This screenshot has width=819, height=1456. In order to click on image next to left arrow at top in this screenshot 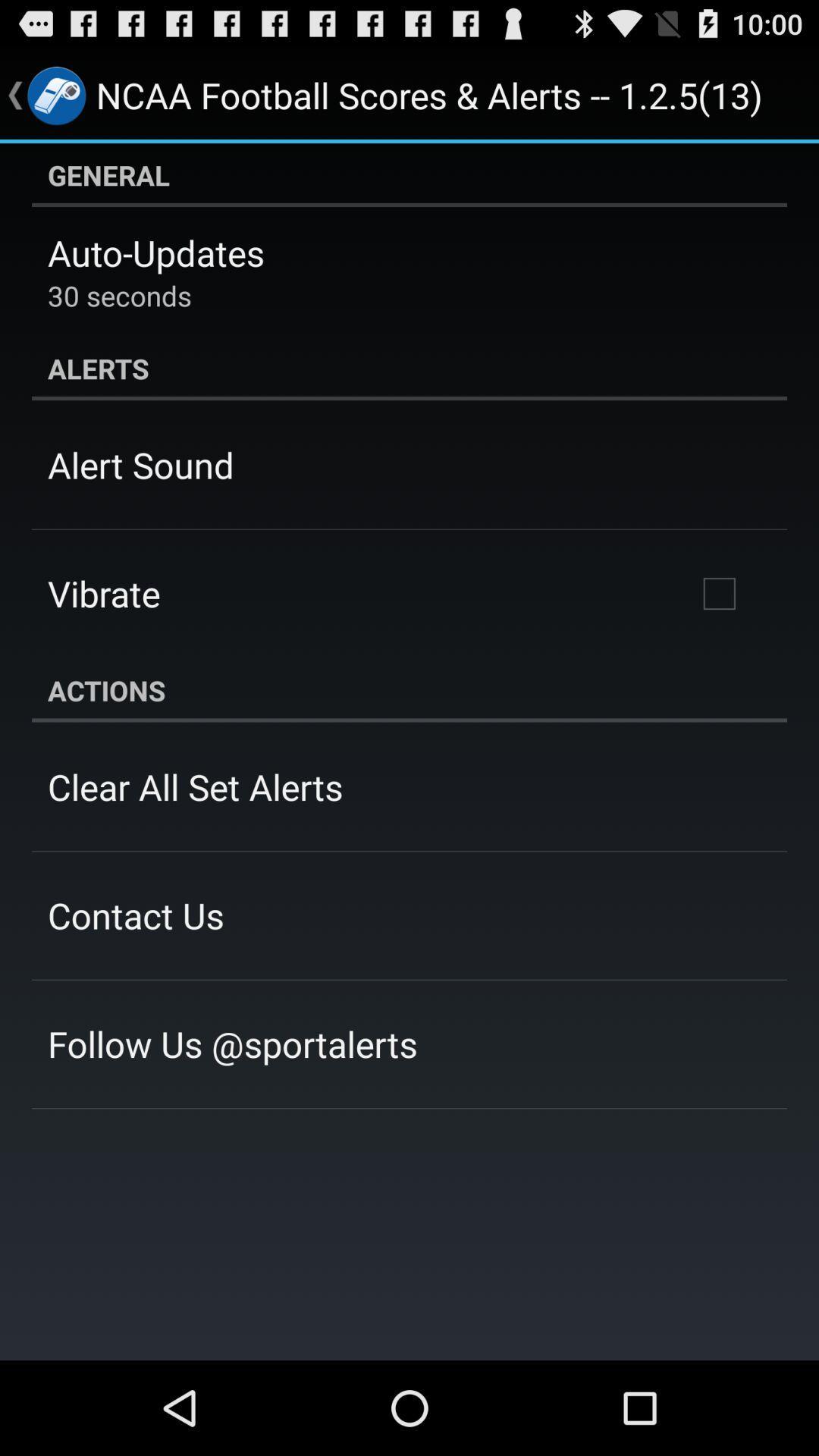, I will do `click(55, 94)`.